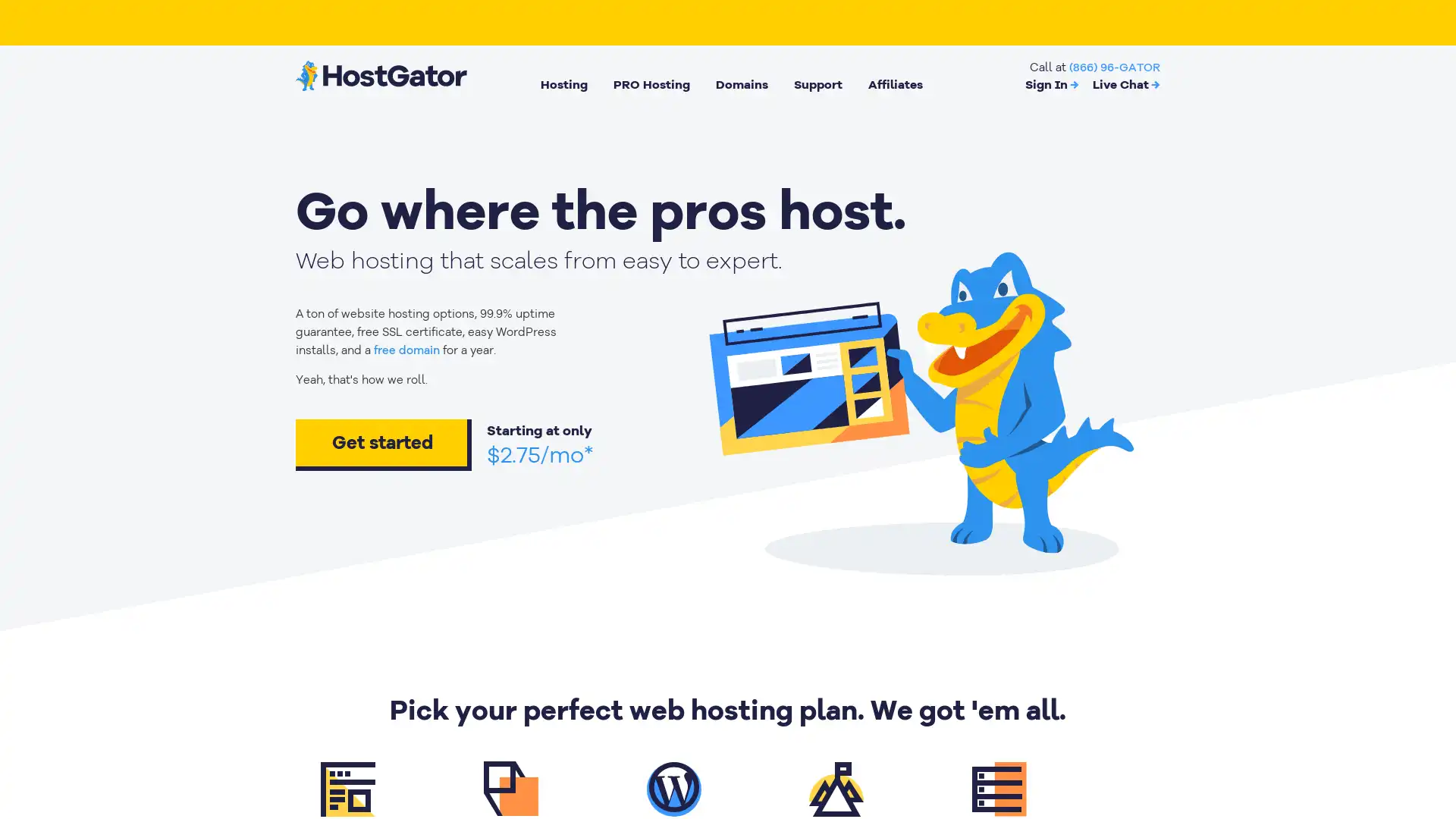 Image resolution: width=1456 pixels, height=819 pixels. I want to click on (866) 96-GATOR, so click(1114, 66).